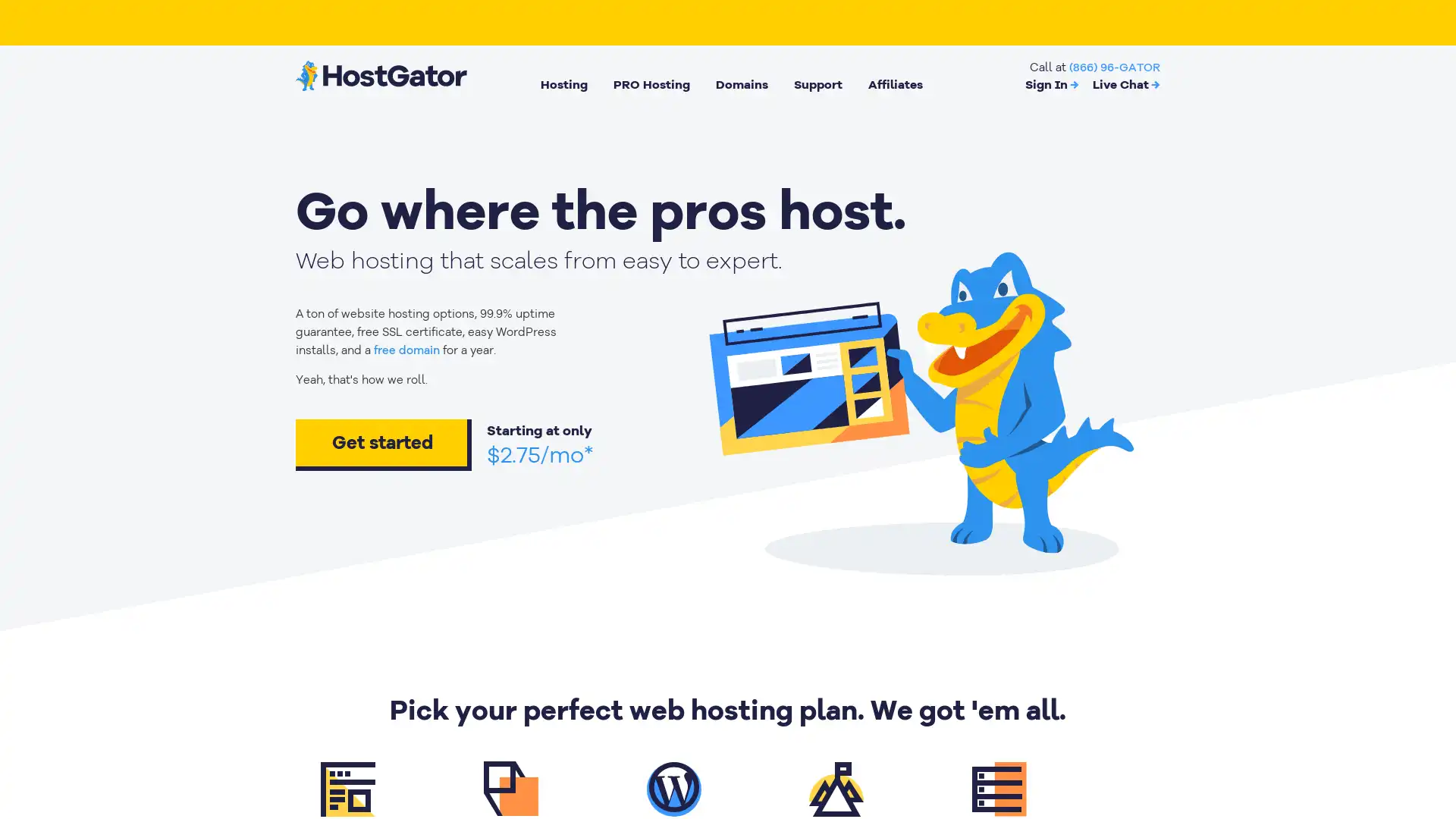 Image resolution: width=1456 pixels, height=819 pixels. I want to click on (866) 96-GATOR, so click(1114, 66).